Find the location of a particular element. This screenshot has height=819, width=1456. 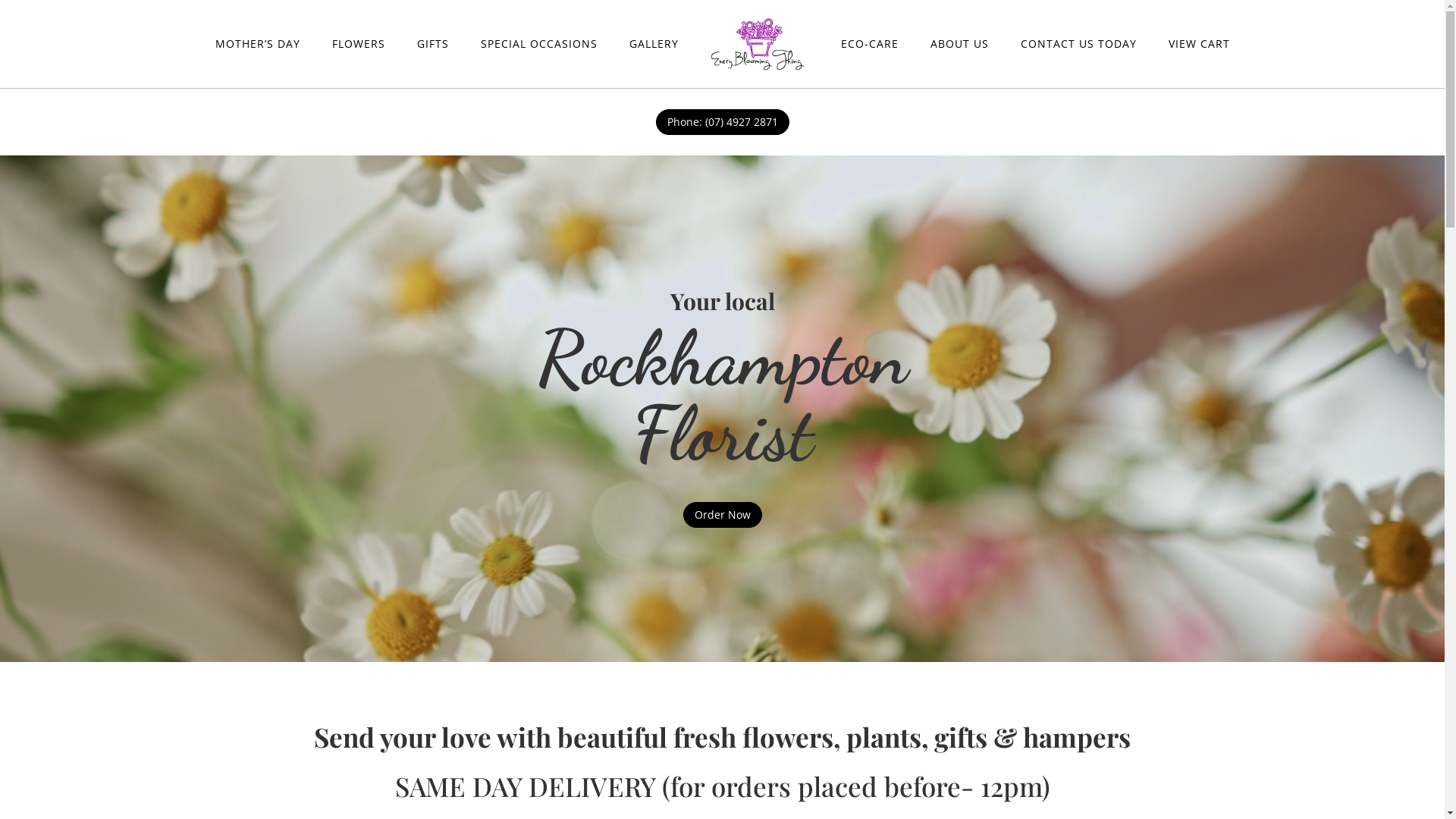

'GIFTS' is located at coordinates (432, 42).